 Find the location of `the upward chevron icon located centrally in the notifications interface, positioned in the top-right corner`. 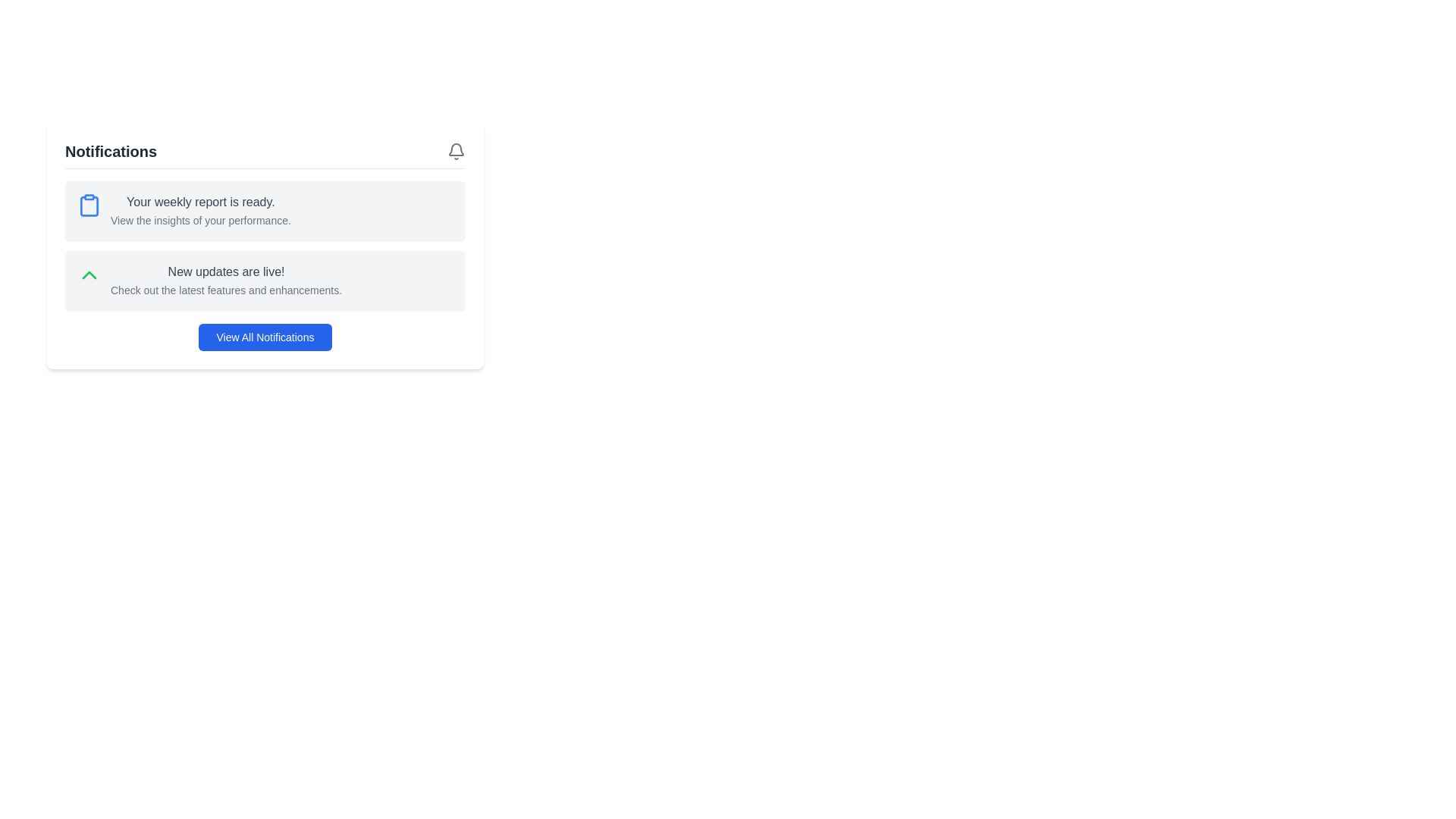

the upward chevron icon located centrally in the notifications interface, positioned in the top-right corner is located at coordinates (89, 275).